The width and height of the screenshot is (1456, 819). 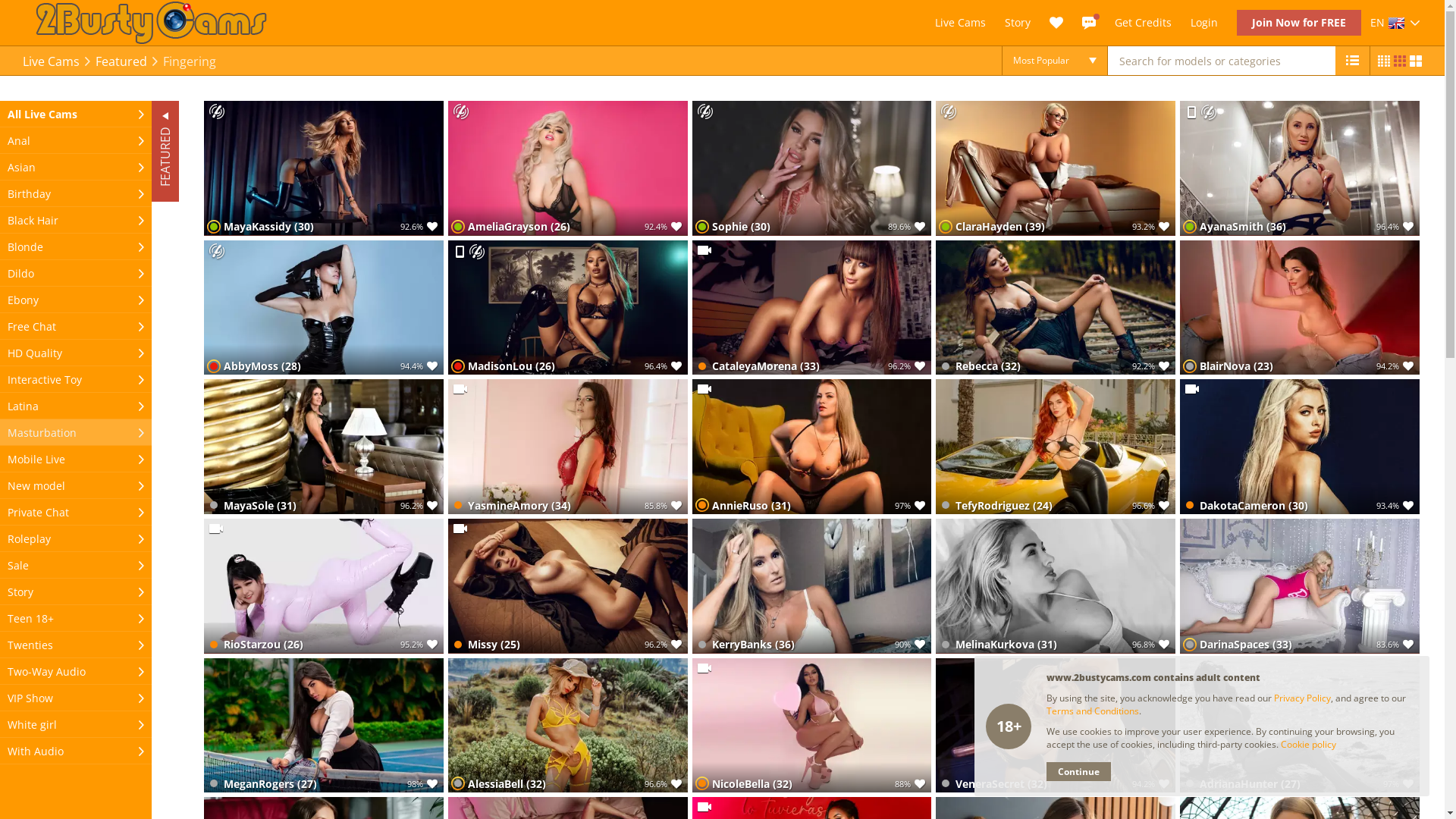 What do you see at coordinates (120, 61) in the screenshot?
I see `'Featured'` at bounding box center [120, 61].